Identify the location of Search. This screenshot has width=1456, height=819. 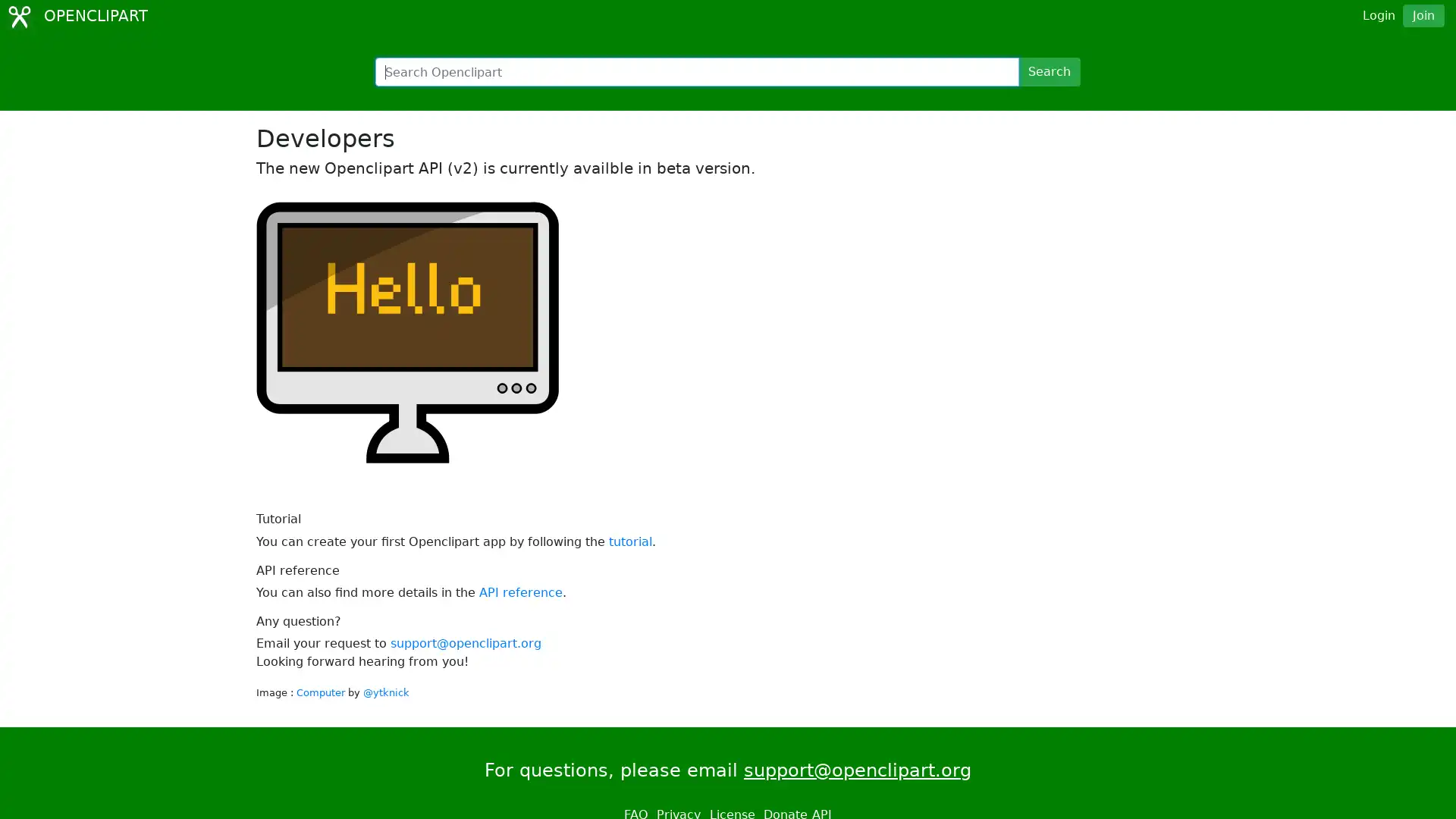
(1048, 72).